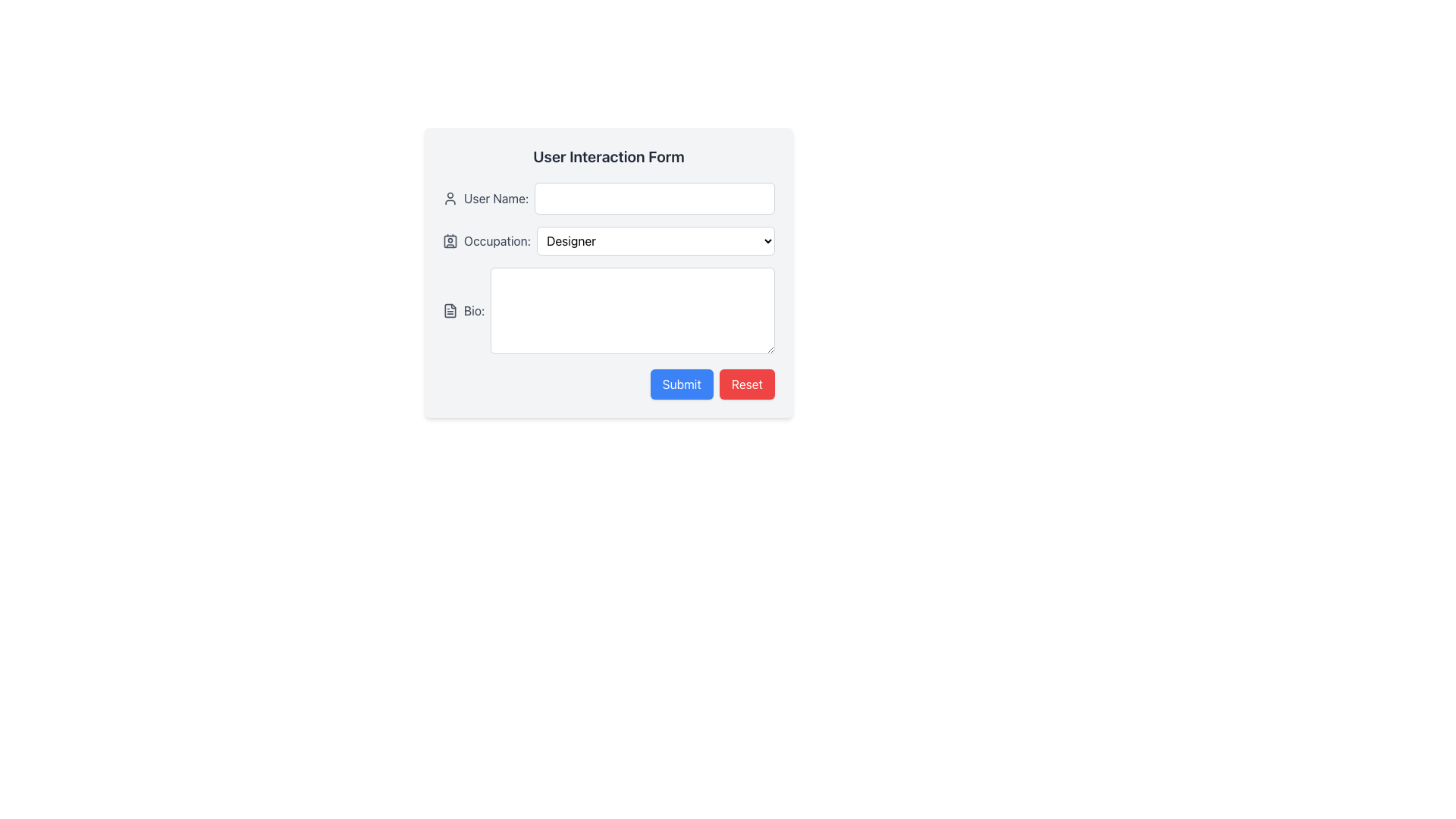 This screenshot has width=1456, height=819. What do you see at coordinates (450, 309) in the screenshot?
I see `the gray rectangular document icon with a folded corner, which is part of the 'Bio' input field label` at bounding box center [450, 309].